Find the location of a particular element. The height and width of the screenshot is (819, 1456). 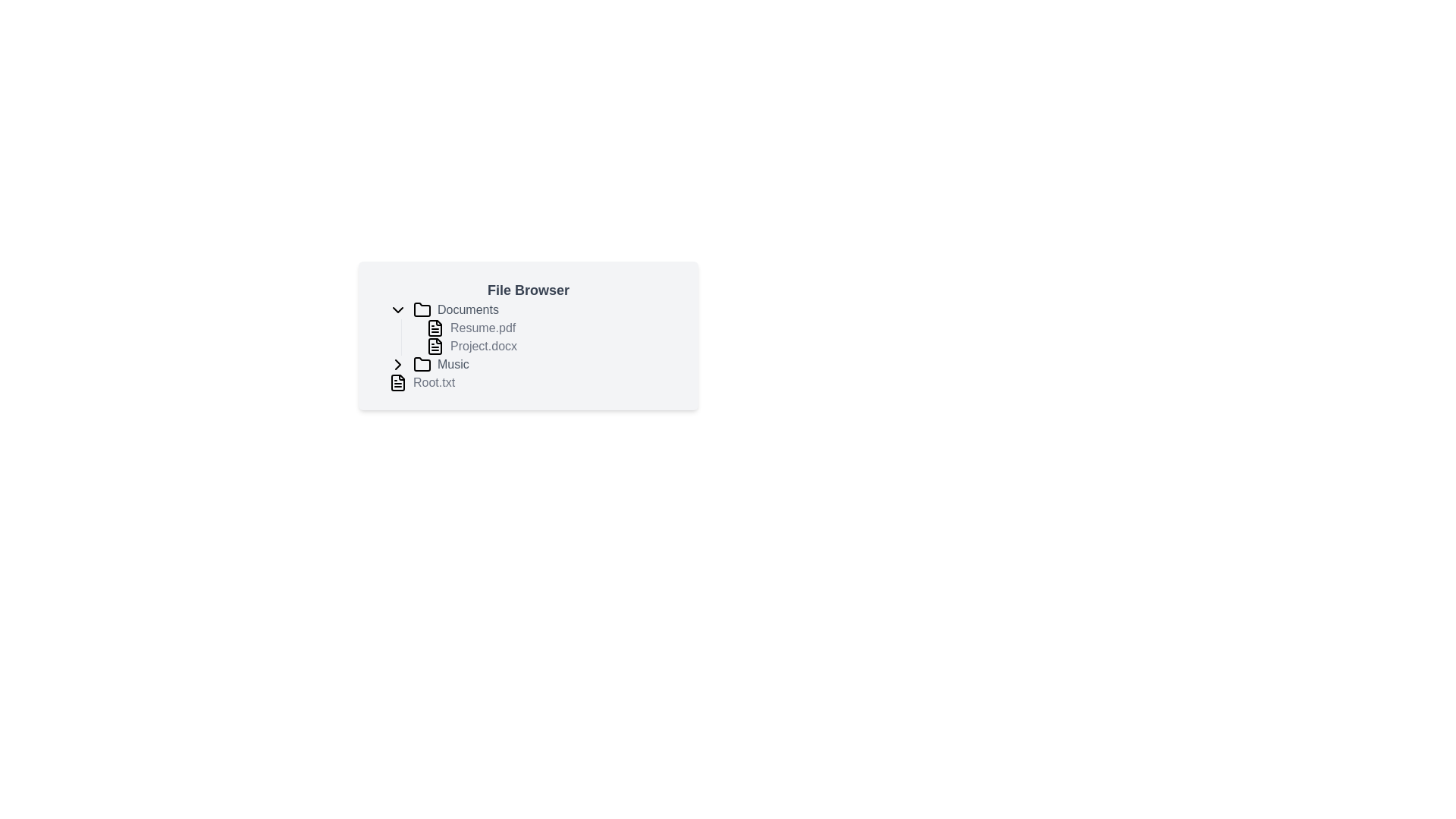

the folder icon with rounded edges and a grayscale theme, located next to the text 'Music' is located at coordinates (422, 365).